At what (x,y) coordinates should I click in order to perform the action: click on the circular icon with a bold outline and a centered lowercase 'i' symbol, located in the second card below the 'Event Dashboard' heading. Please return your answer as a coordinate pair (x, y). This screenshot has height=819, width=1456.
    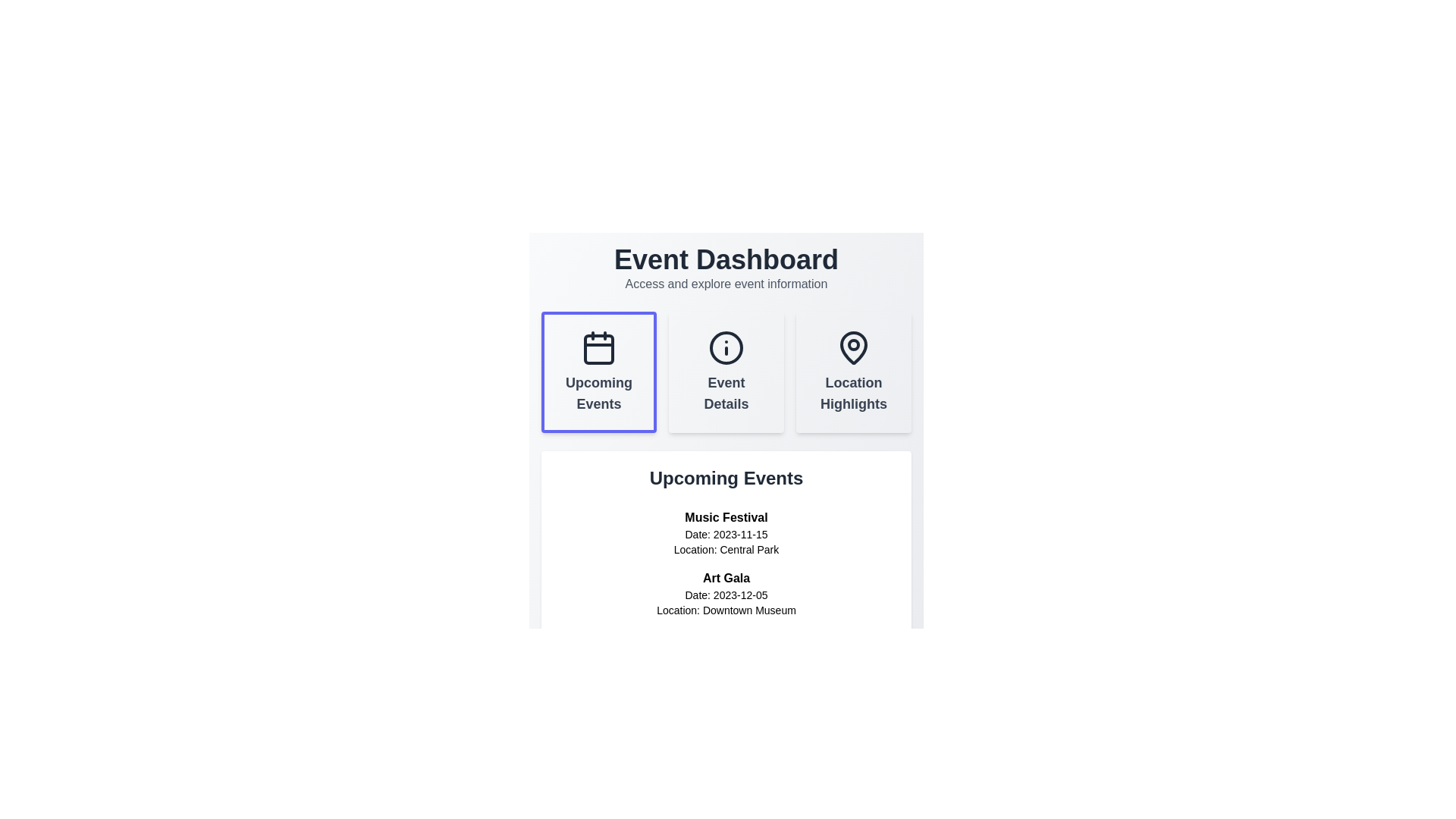
    Looking at the image, I should click on (726, 348).